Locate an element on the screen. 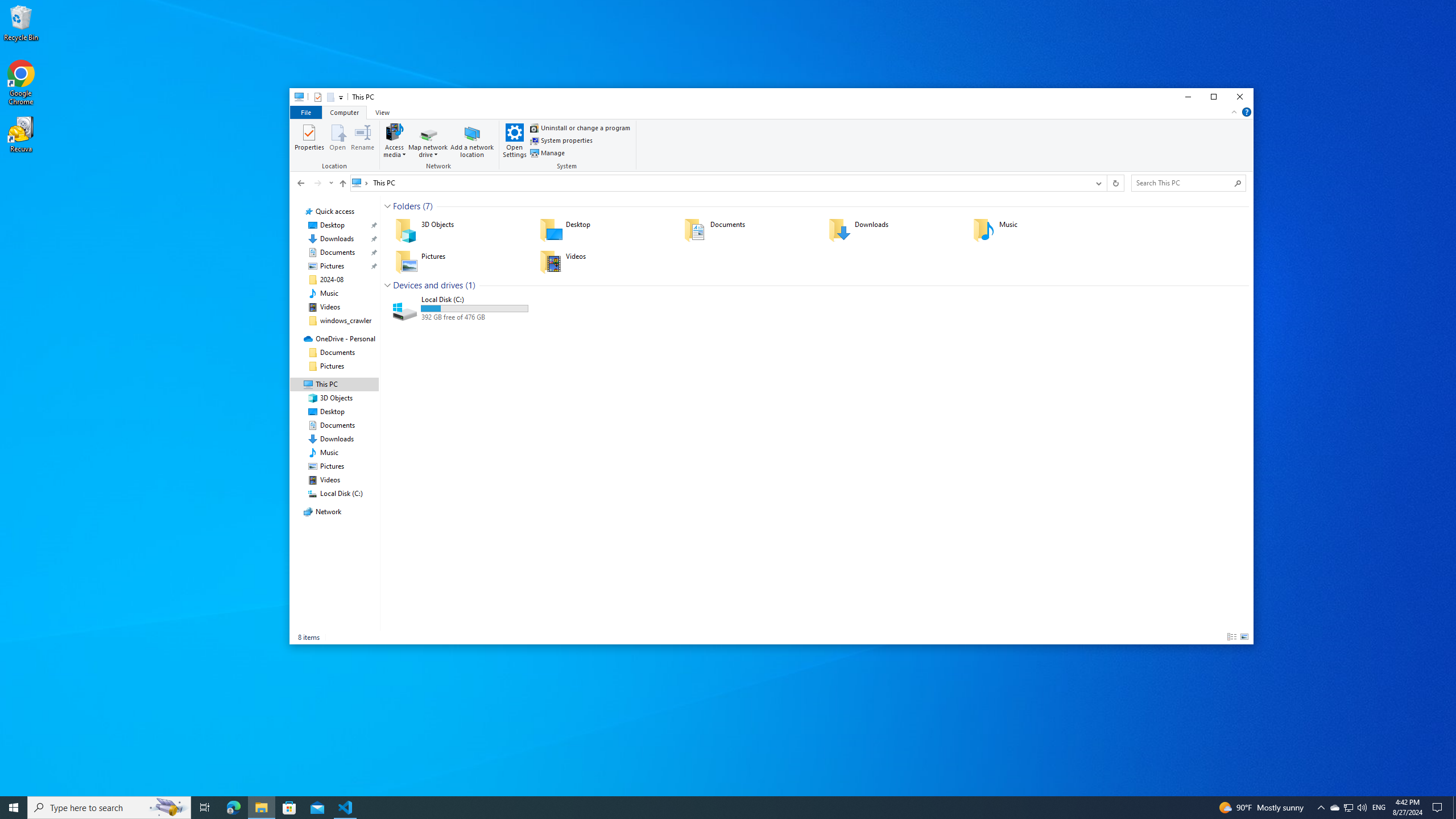 This screenshot has width=1456, height=819. 'Name' is located at coordinates (474, 299).